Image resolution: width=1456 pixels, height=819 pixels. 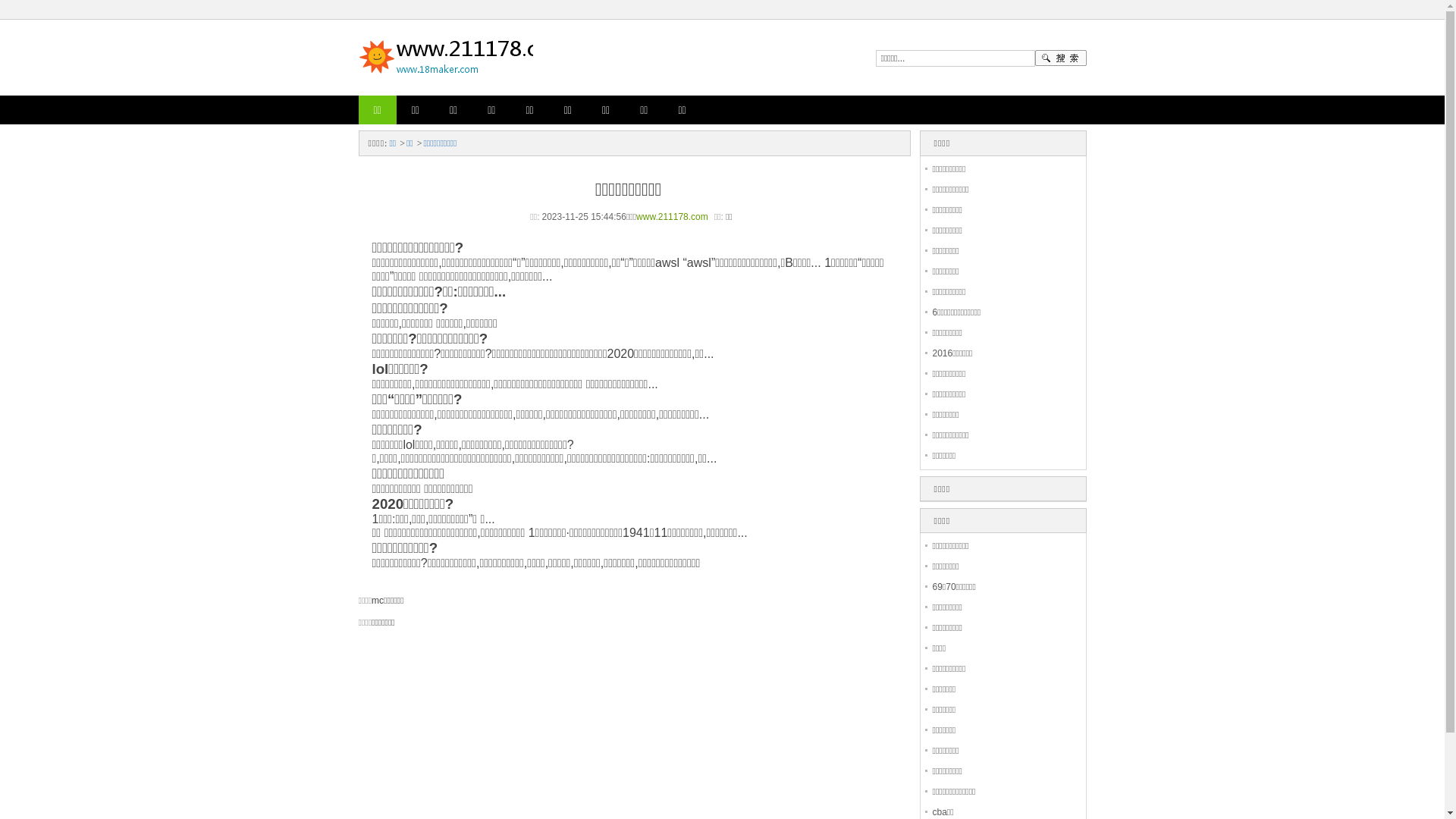 What do you see at coordinates (636, 216) in the screenshot?
I see `'www.211178.com'` at bounding box center [636, 216].